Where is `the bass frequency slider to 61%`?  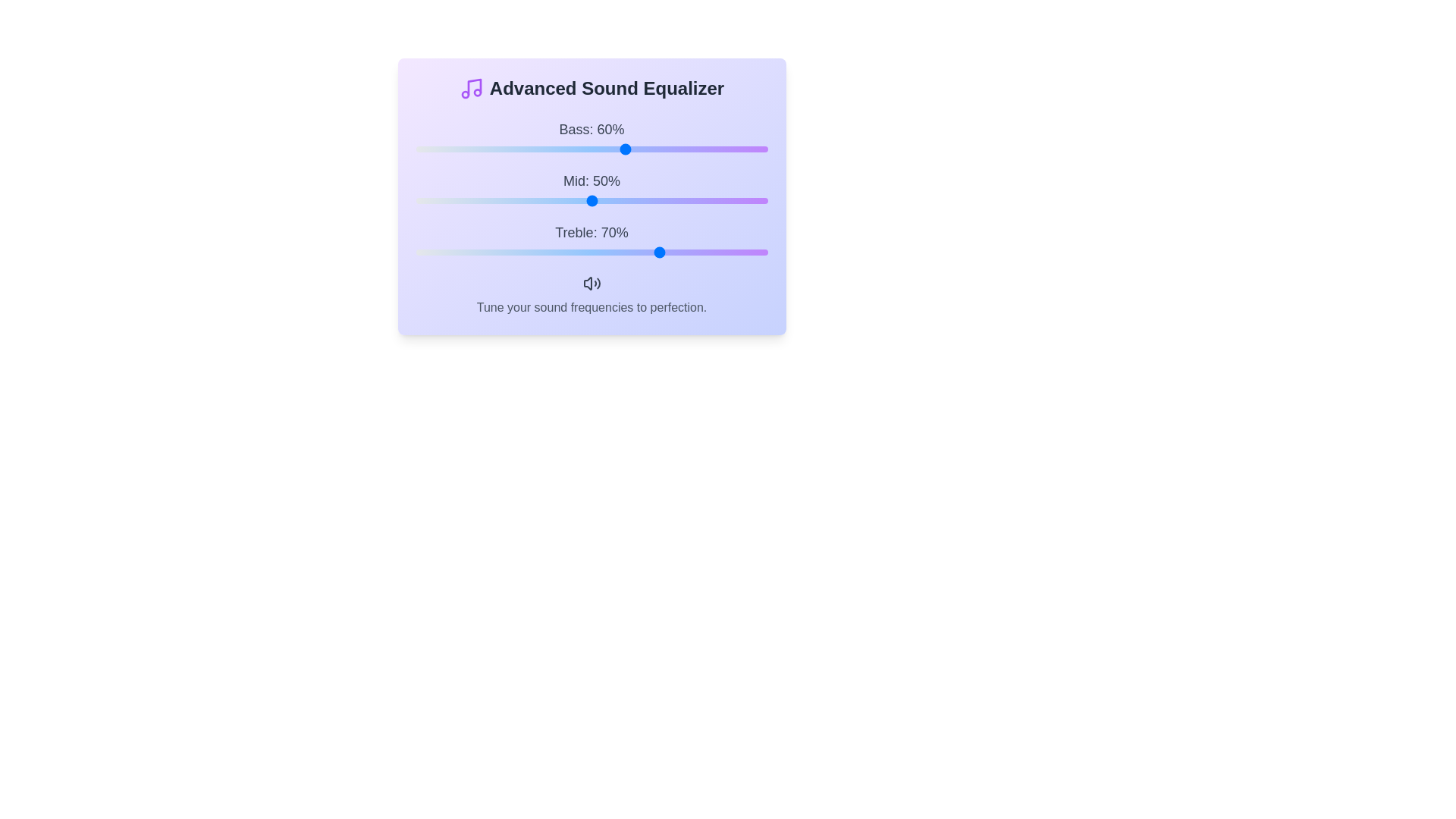 the bass frequency slider to 61% is located at coordinates (630, 149).